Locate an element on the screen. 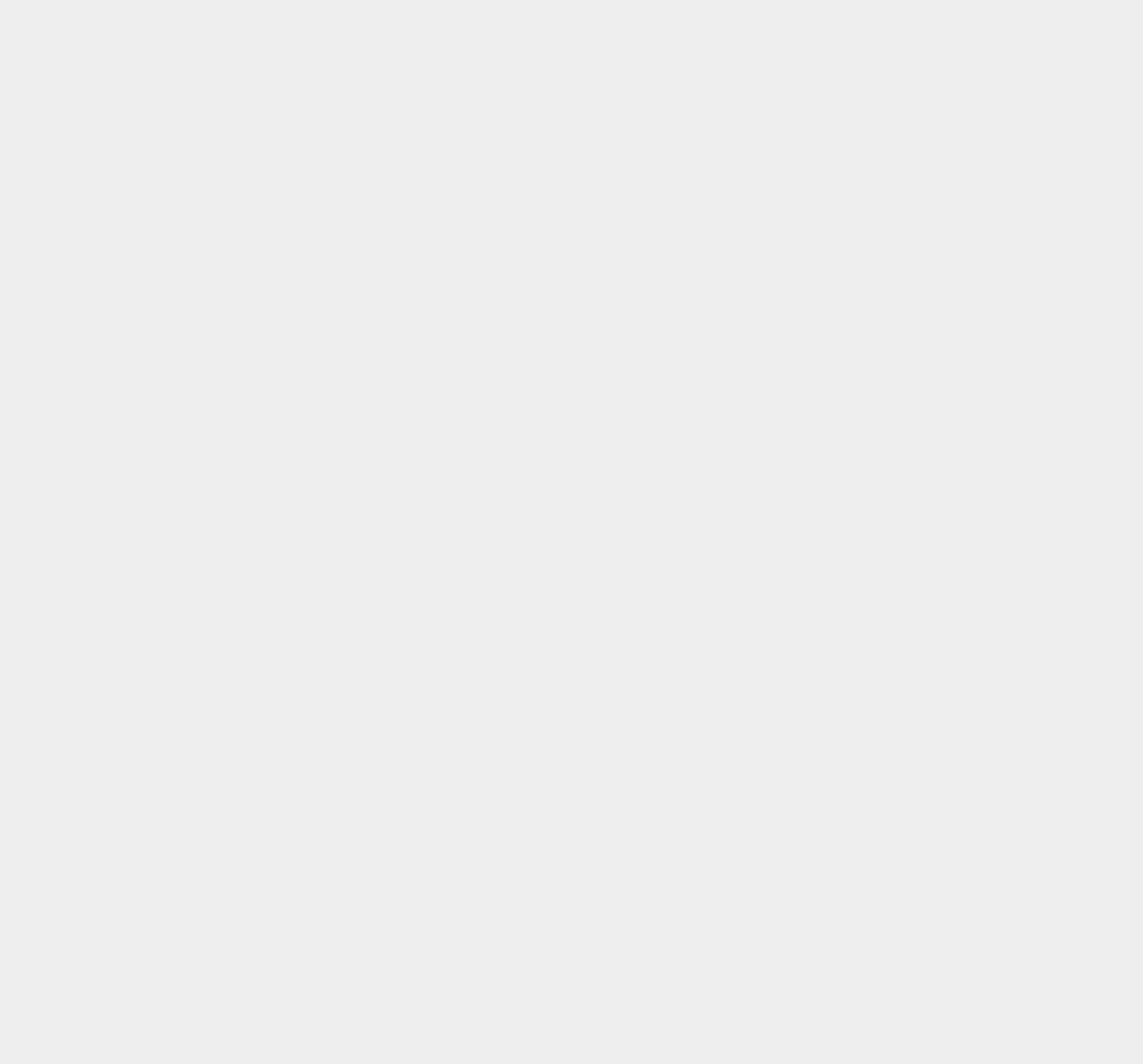 The image size is (1143, 1064). 'iOS 7.0.6' is located at coordinates (834, 102).